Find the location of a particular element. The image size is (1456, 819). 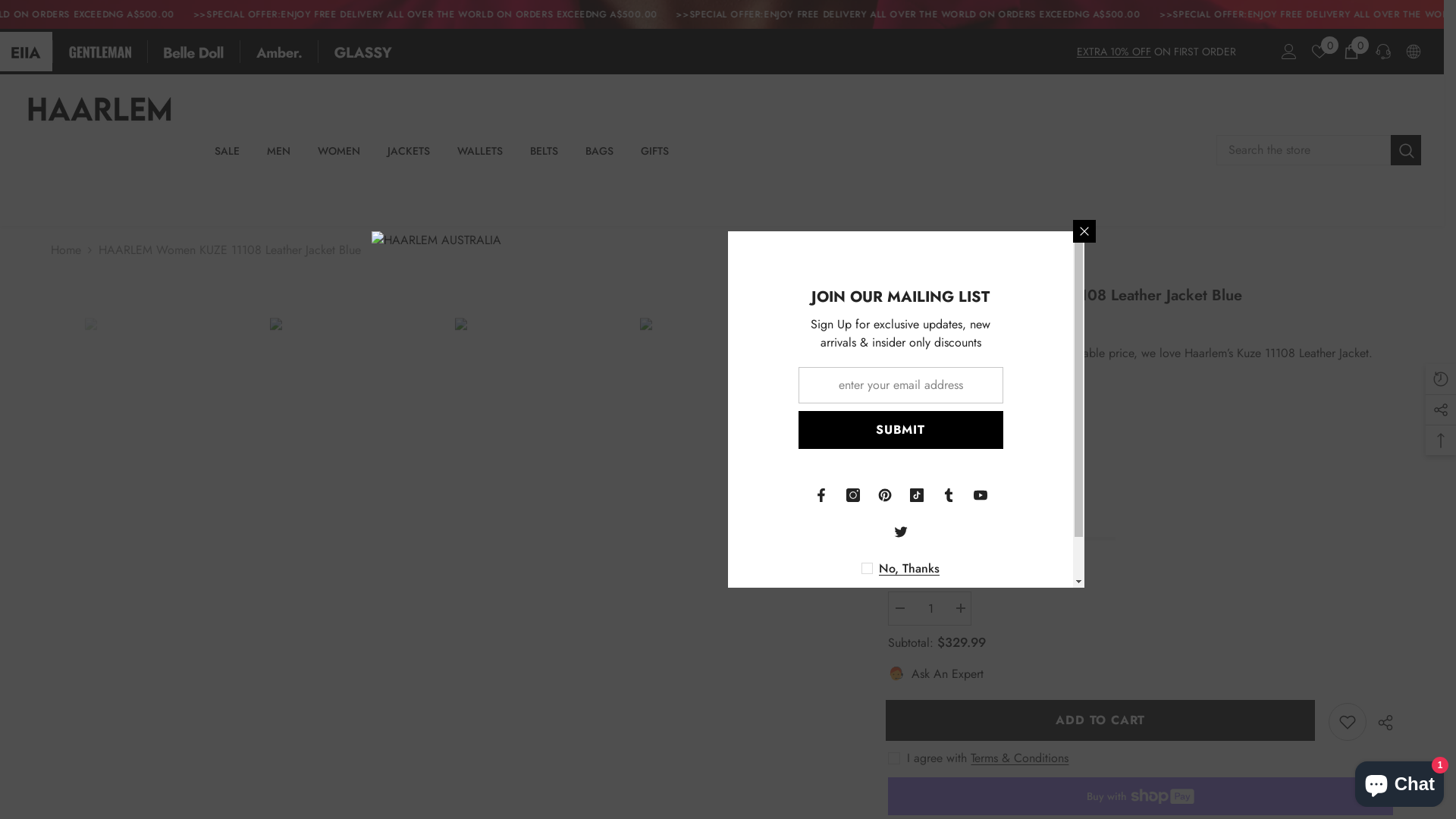

'YouTube' is located at coordinates (964, 494).